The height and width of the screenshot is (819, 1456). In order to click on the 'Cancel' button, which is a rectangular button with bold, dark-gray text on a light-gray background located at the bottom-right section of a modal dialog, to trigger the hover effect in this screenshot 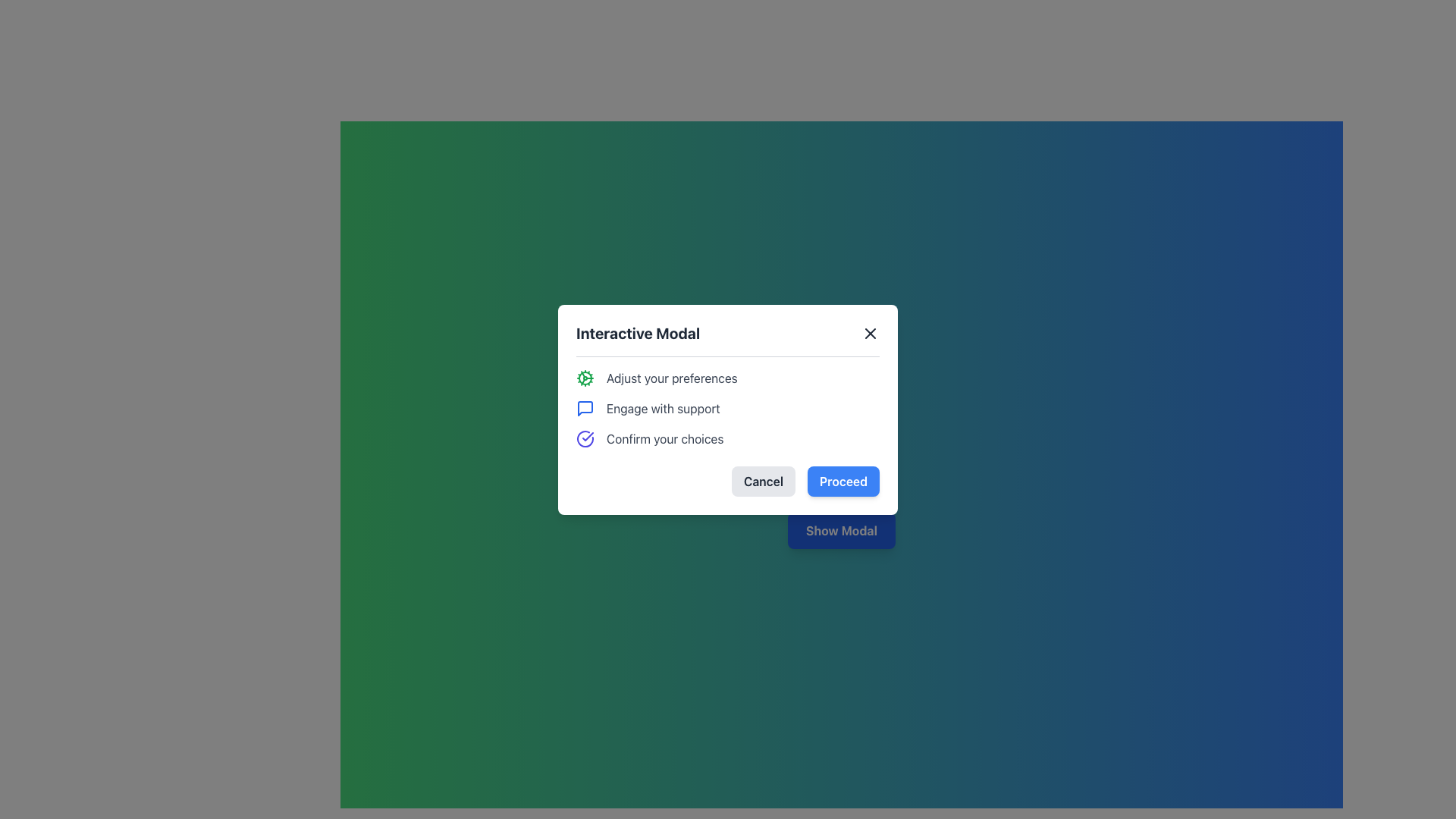, I will do `click(764, 481)`.